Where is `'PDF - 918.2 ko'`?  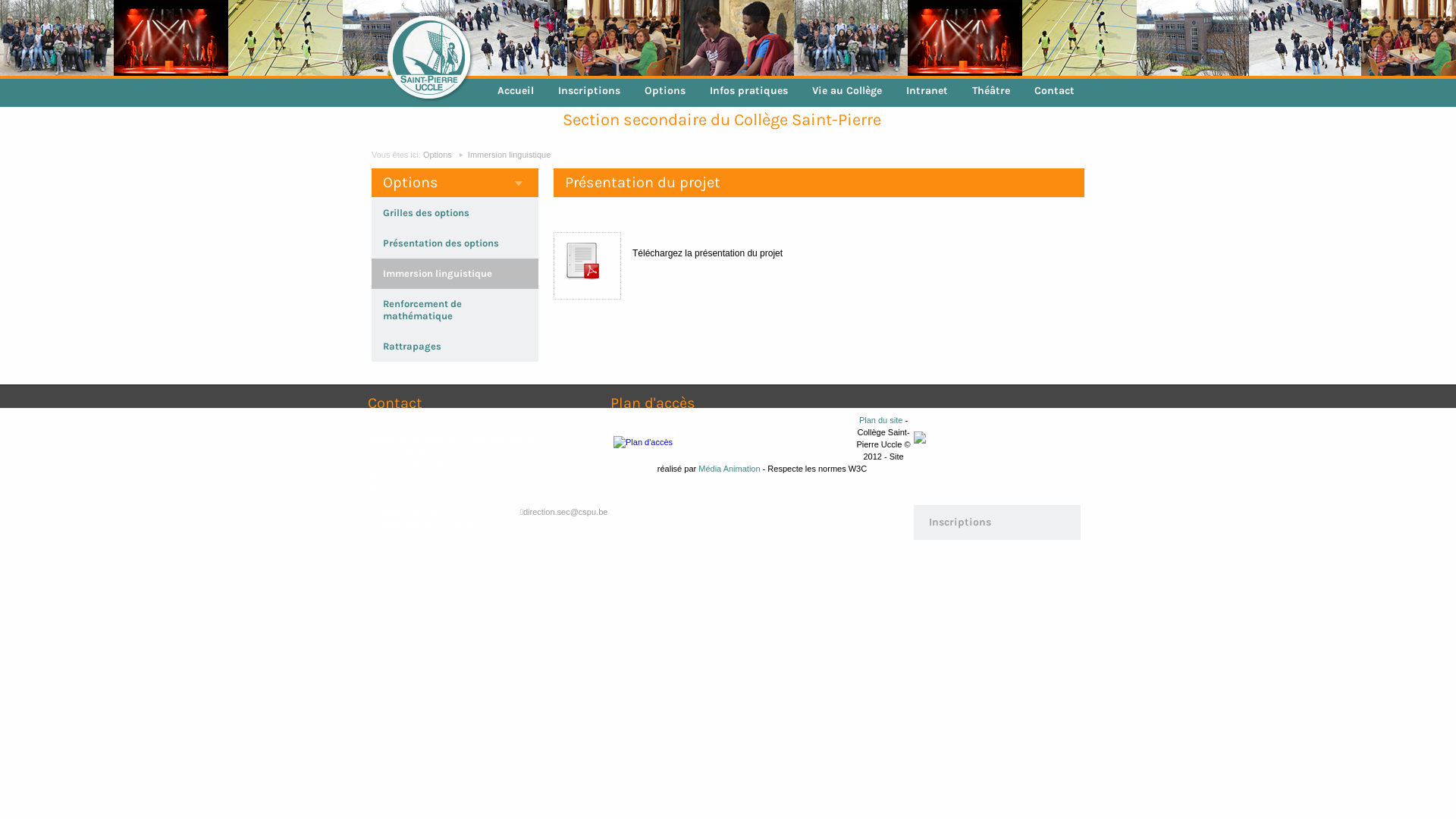 'PDF - 918.2 ko' is located at coordinates (560, 288).